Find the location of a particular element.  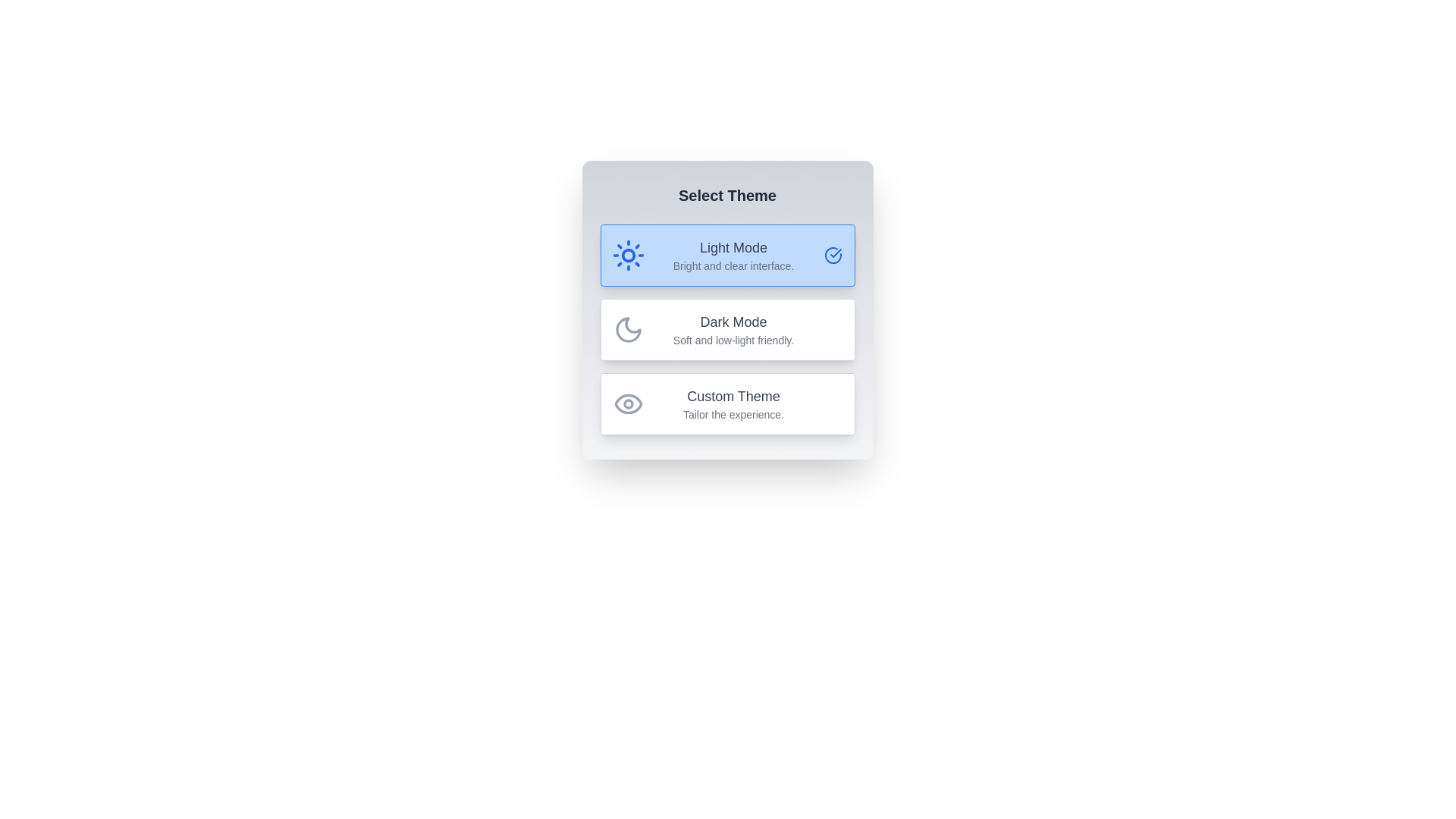

the small circle within the sun icon that symbolizes the 'Light Mode' option in the theme selection panel is located at coordinates (628, 254).